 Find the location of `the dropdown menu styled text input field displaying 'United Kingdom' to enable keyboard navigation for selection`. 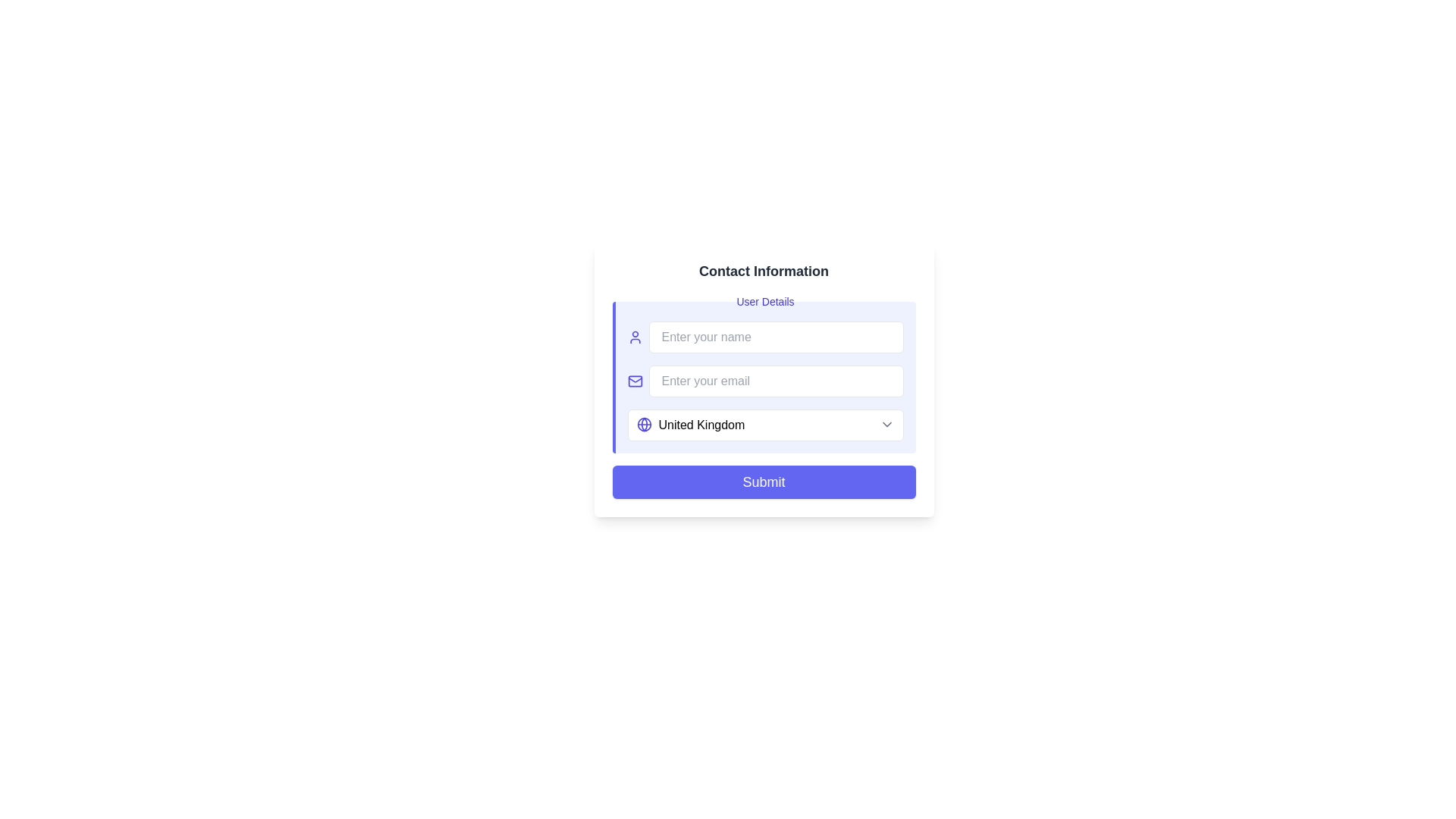

the dropdown menu styled text input field displaying 'United Kingdom' to enable keyboard navigation for selection is located at coordinates (765, 425).